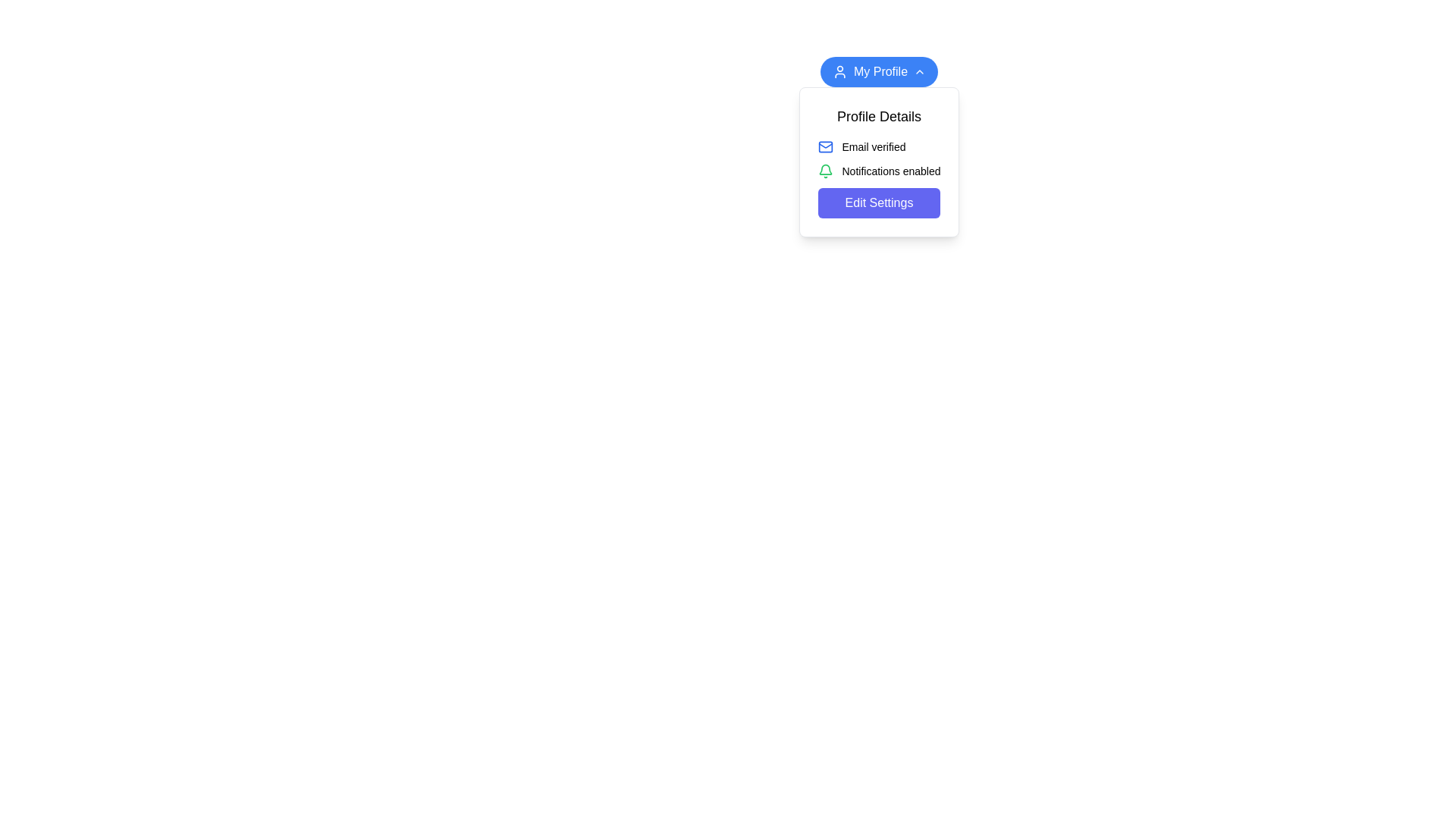 This screenshot has width=1456, height=819. What do you see at coordinates (878, 202) in the screenshot?
I see `the 'Edit Settings' button, which is a rectangular button with white text on a blue background, located beneath the 'My Profile' heading and below the 'Notifications enabled' text` at bounding box center [878, 202].